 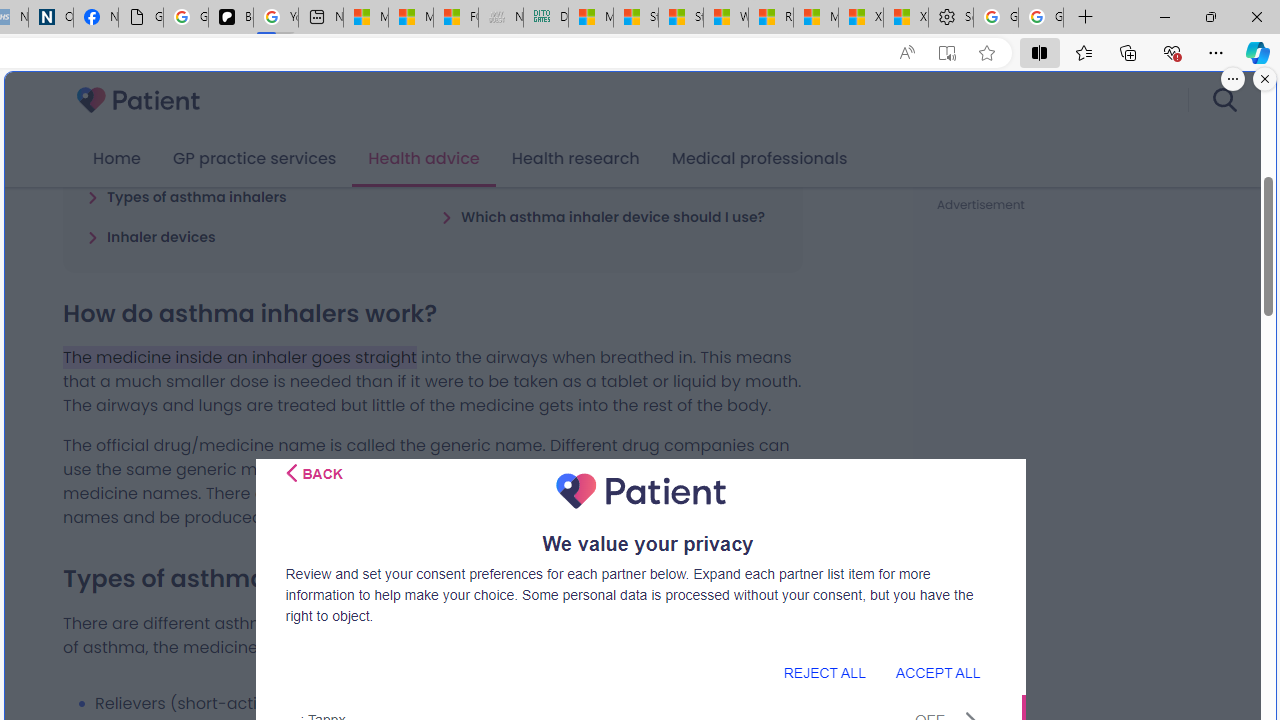 What do you see at coordinates (116, 158) in the screenshot?
I see `'Home'` at bounding box center [116, 158].